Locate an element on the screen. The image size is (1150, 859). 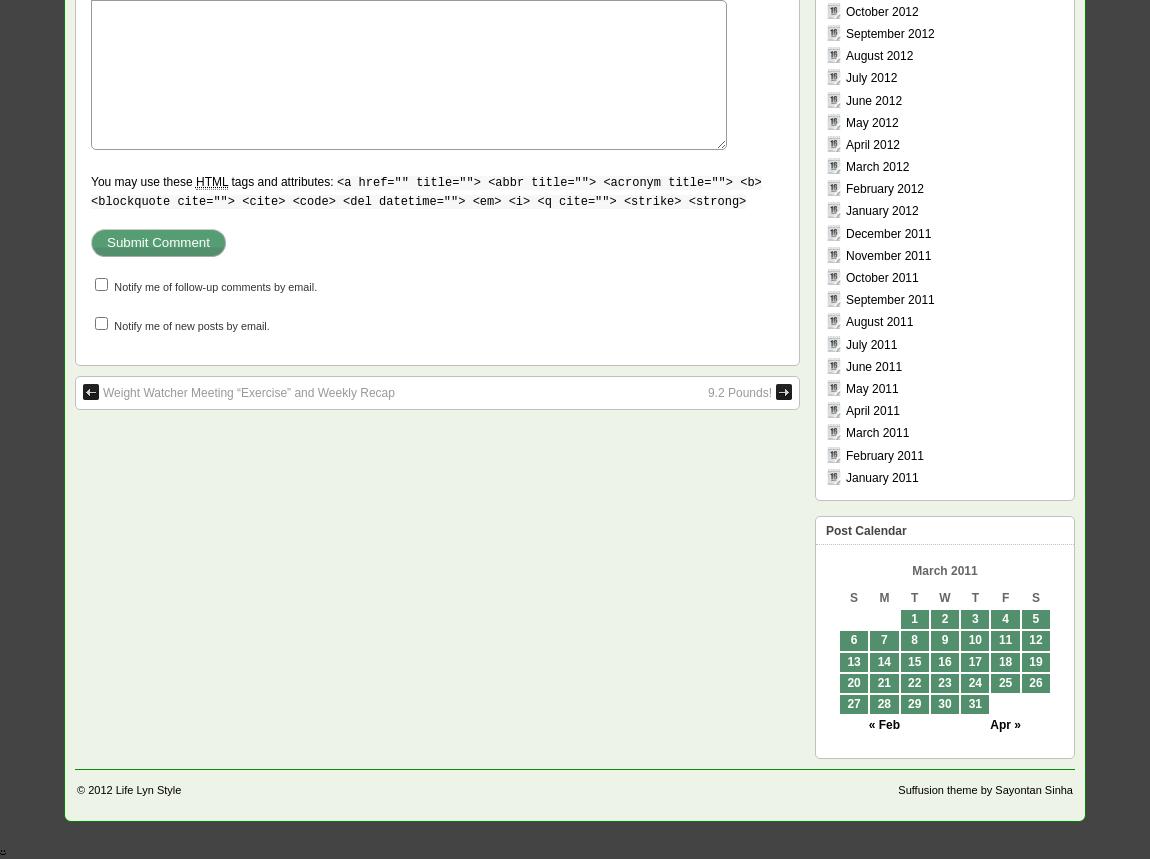
'« Feb' is located at coordinates (884, 723).